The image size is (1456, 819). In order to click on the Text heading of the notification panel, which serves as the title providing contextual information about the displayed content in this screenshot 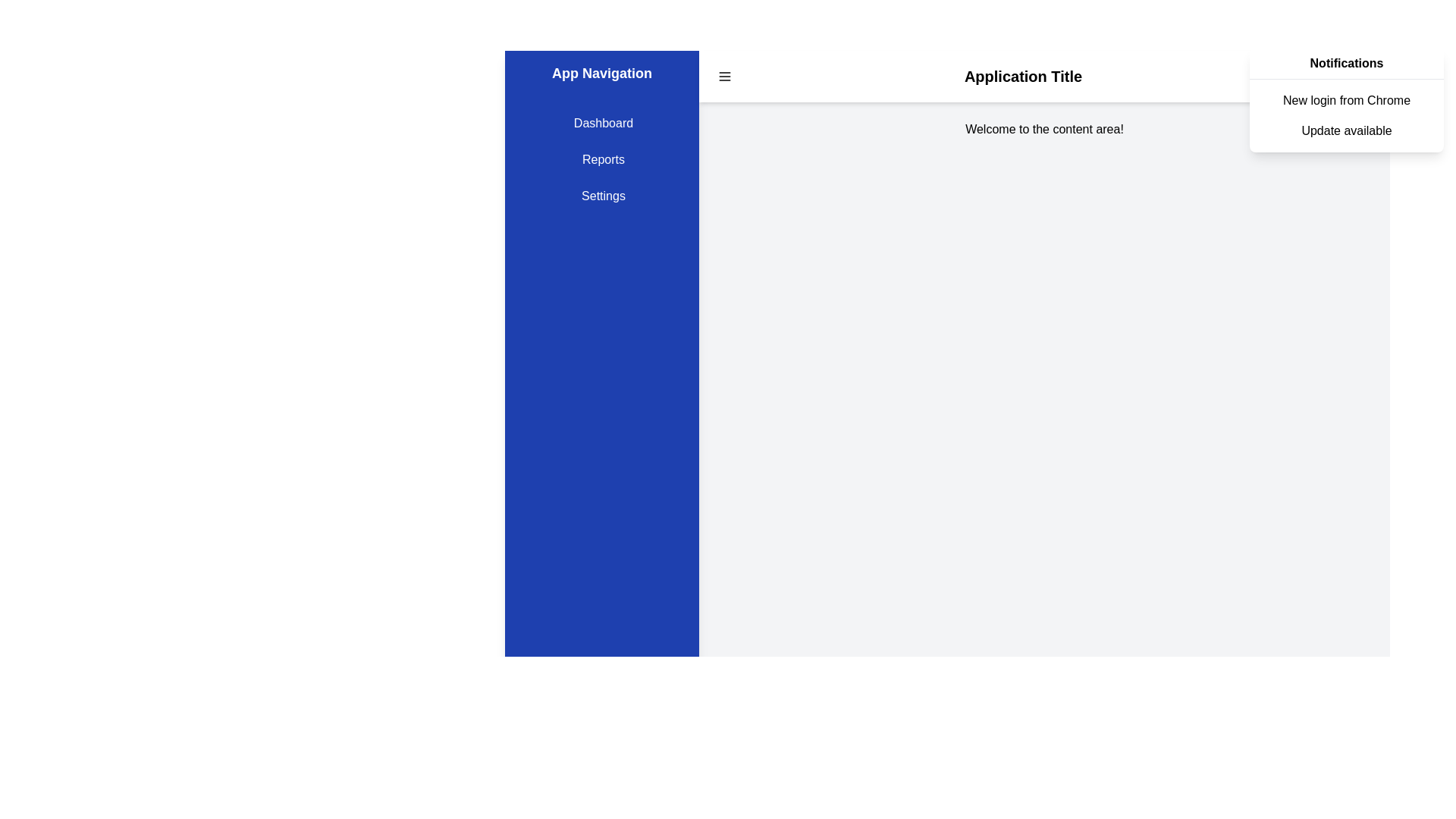, I will do `click(1347, 63)`.